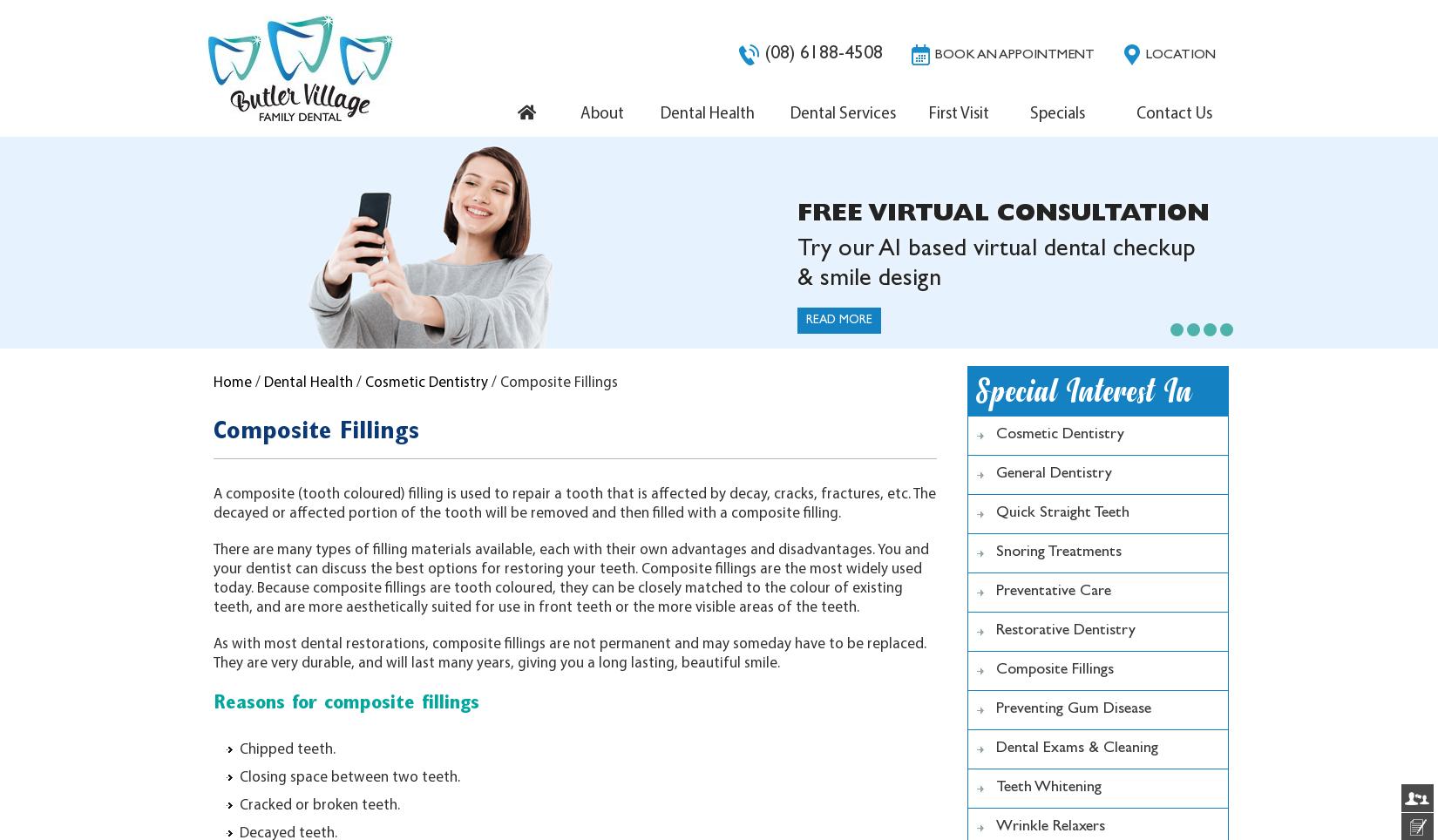  Describe the element at coordinates (995, 475) in the screenshot. I see `'General Dentistry'` at that location.